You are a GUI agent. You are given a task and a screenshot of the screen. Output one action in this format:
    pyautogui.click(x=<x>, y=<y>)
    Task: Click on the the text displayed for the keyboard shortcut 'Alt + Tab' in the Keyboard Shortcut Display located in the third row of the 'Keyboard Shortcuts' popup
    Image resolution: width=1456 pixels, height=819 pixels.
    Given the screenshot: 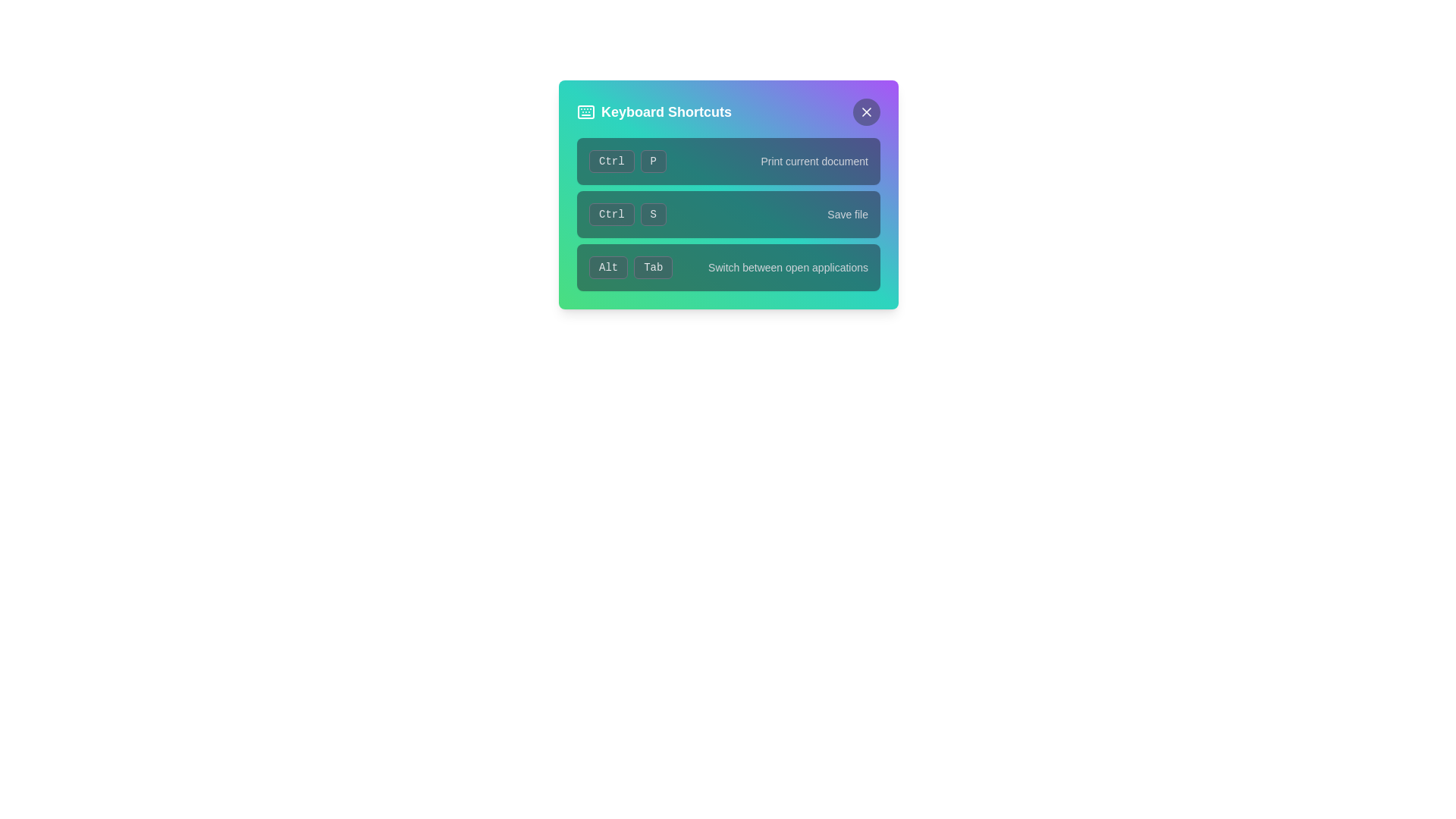 What is the action you would take?
    pyautogui.click(x=728, y=267)
    